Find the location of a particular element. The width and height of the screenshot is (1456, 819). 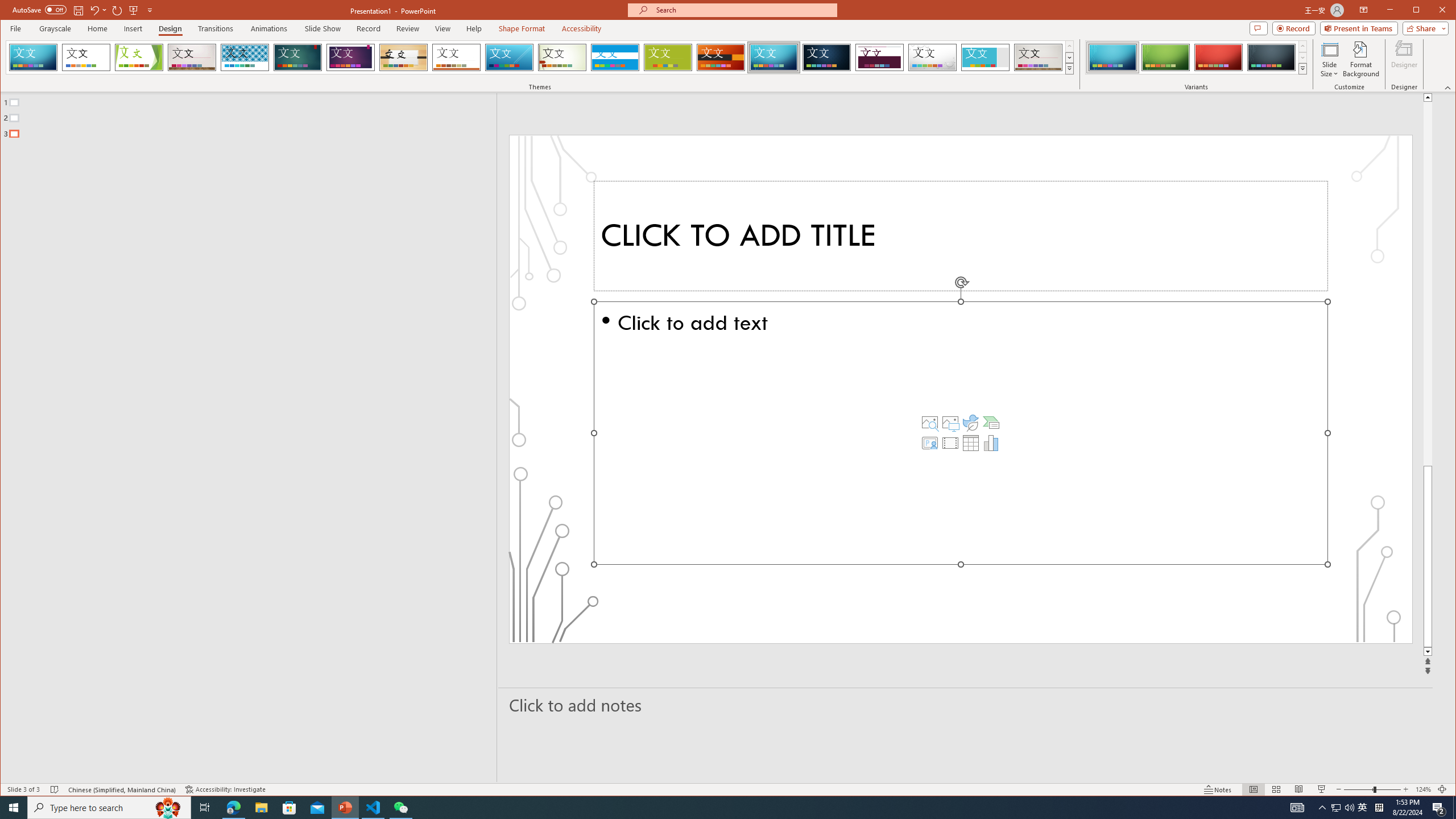

'Grayscale' is located at coordinates (55, 28).